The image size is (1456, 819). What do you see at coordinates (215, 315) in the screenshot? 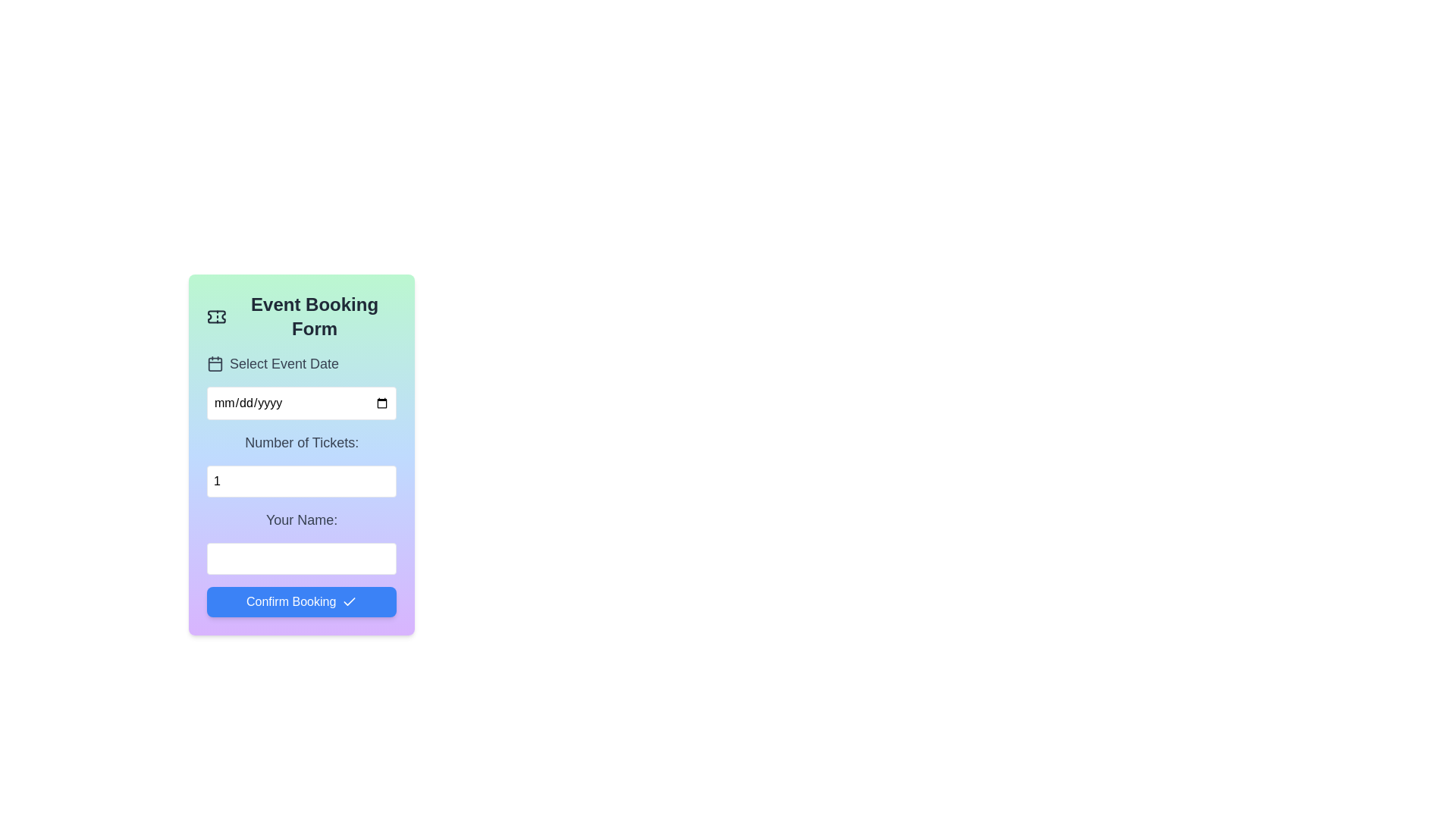
I see `the stylized ticket icon located to the left of the 'Event Booking Form' text for context or theme alignment` at bounding box center [215, 315].